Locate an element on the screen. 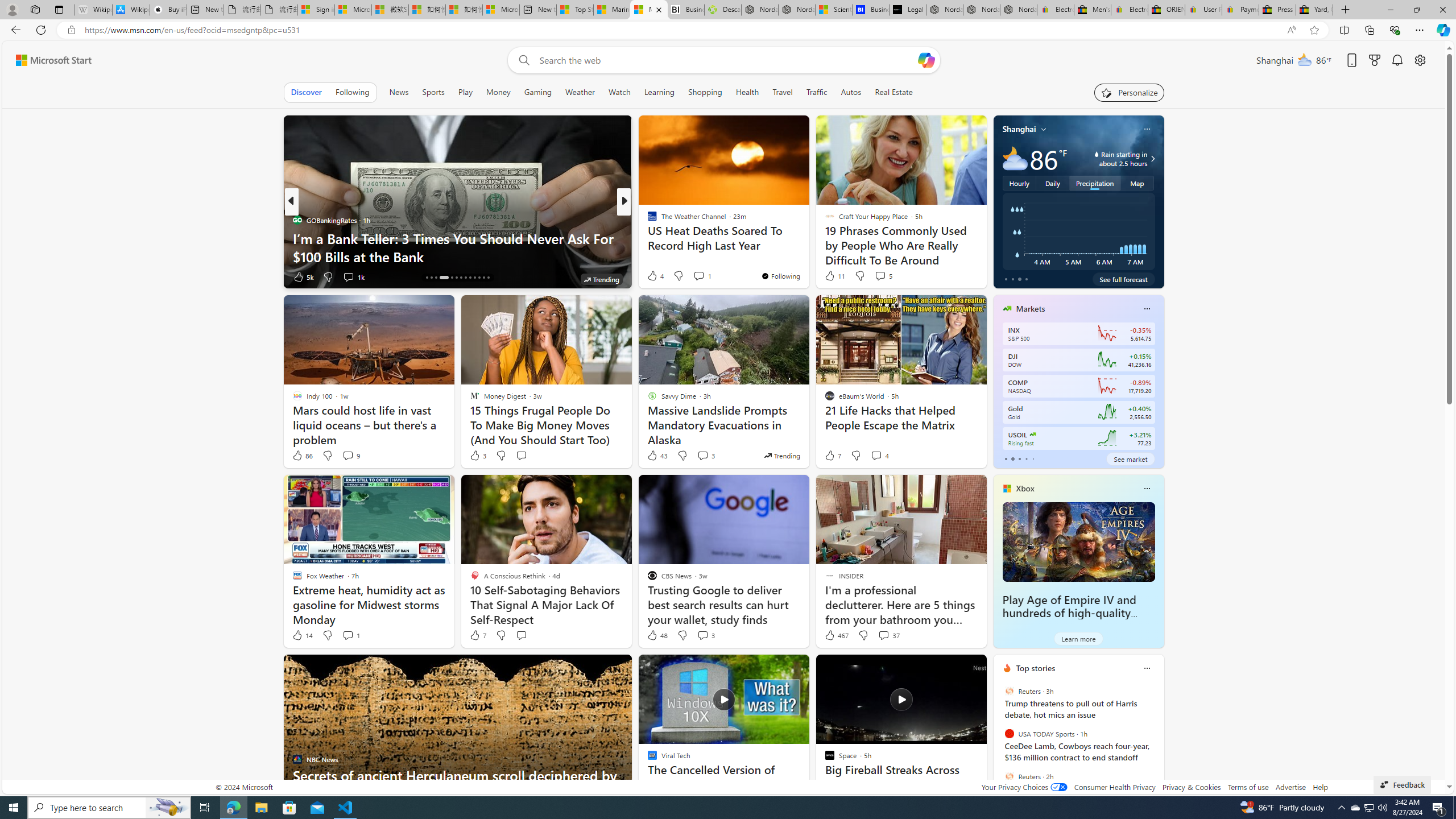 This screenshot has height=819, width=1456. '13 Like' is located at coordinates (652, 276).